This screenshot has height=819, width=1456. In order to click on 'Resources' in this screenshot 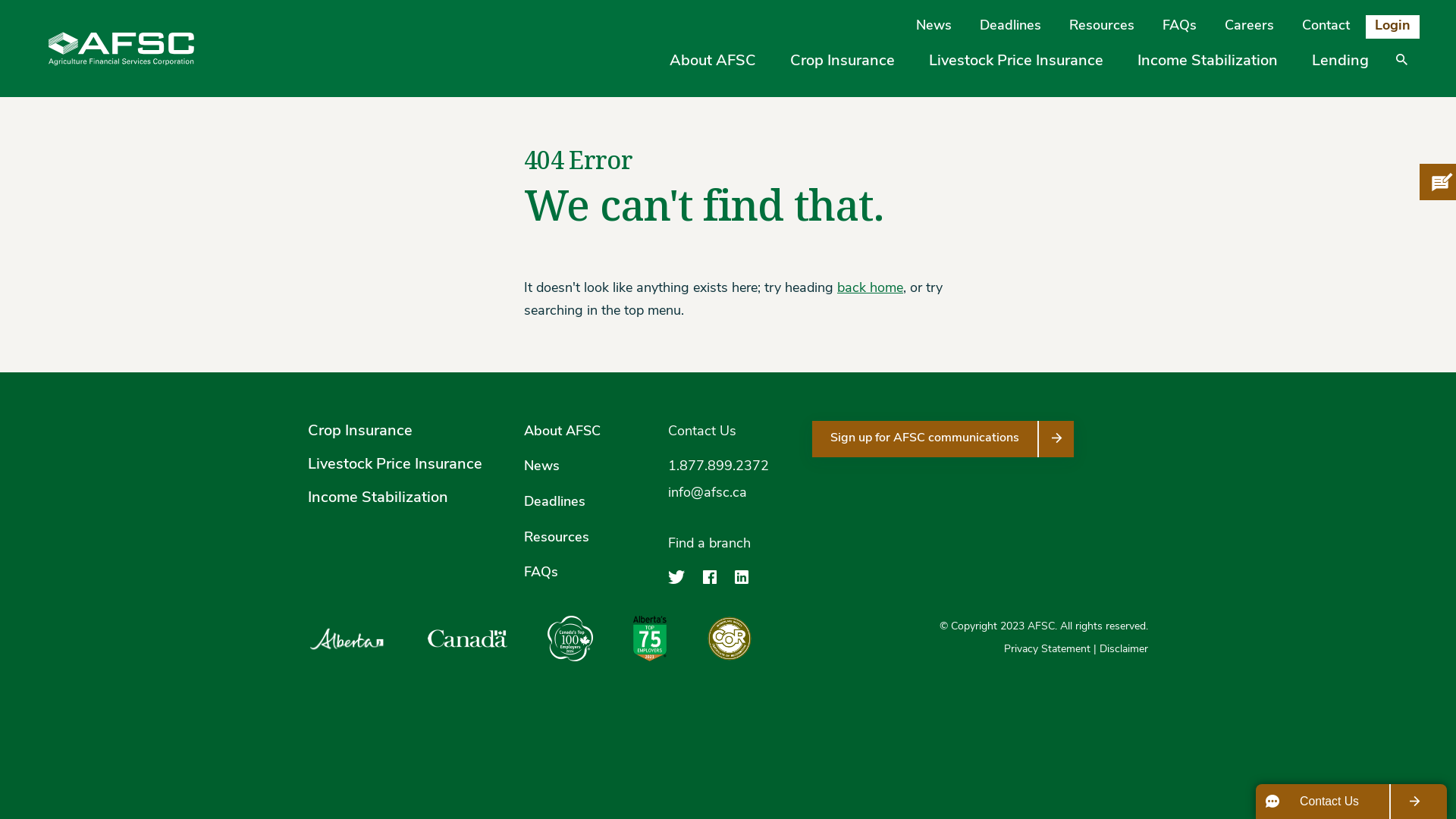, I will do `click(524, 537)`.